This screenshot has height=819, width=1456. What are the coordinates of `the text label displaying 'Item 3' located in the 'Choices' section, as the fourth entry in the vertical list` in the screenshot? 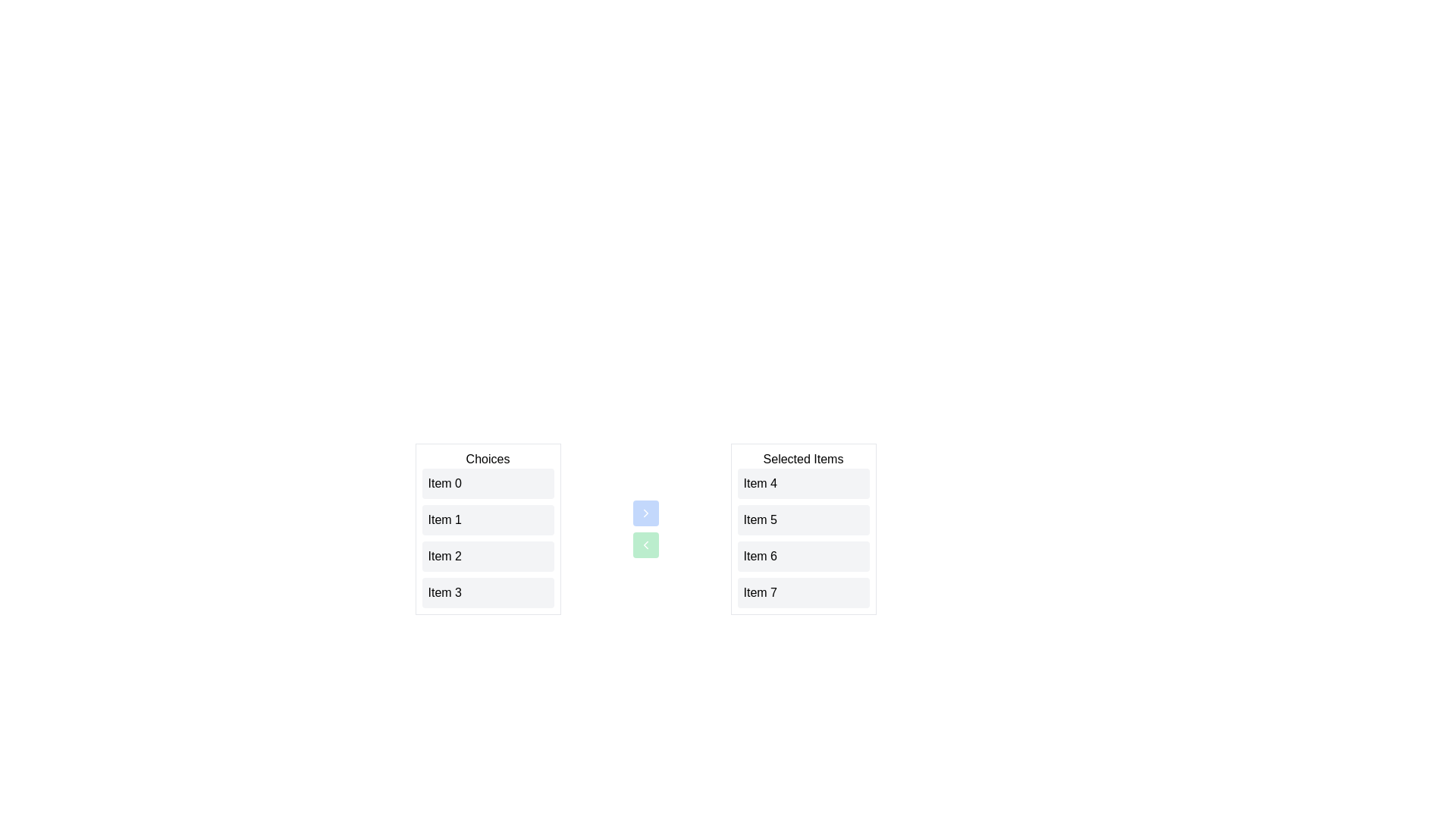 It's located at (444, 592).